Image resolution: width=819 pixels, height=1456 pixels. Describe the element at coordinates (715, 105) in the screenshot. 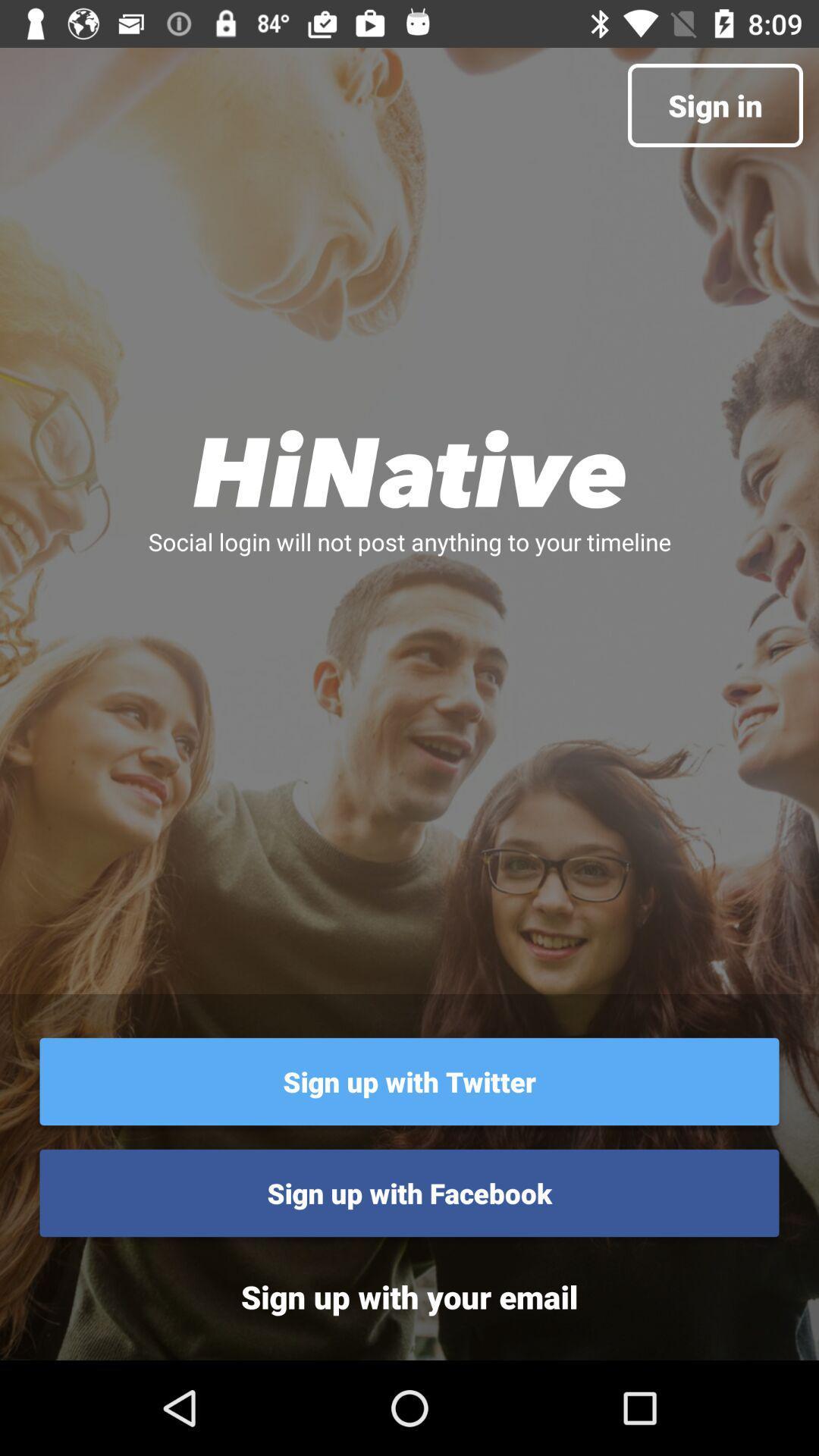

I see `sign in icon` at that location.